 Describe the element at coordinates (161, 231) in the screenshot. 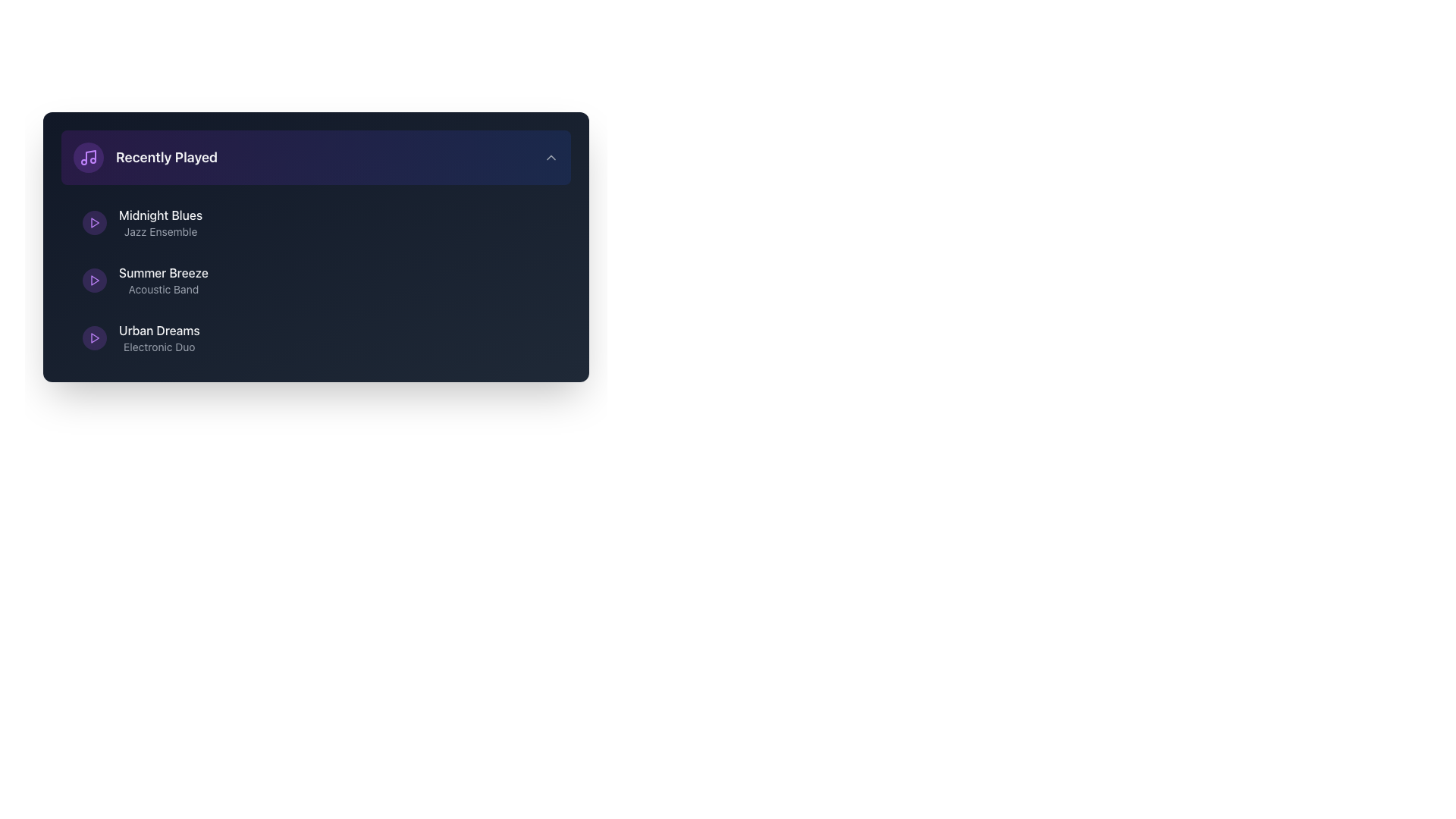

I see `the text content of the subtitle 'Jazz Ensemble' located directly below the main title 'Midnight Blues' in the top-left quadrant of the interface` at that location.